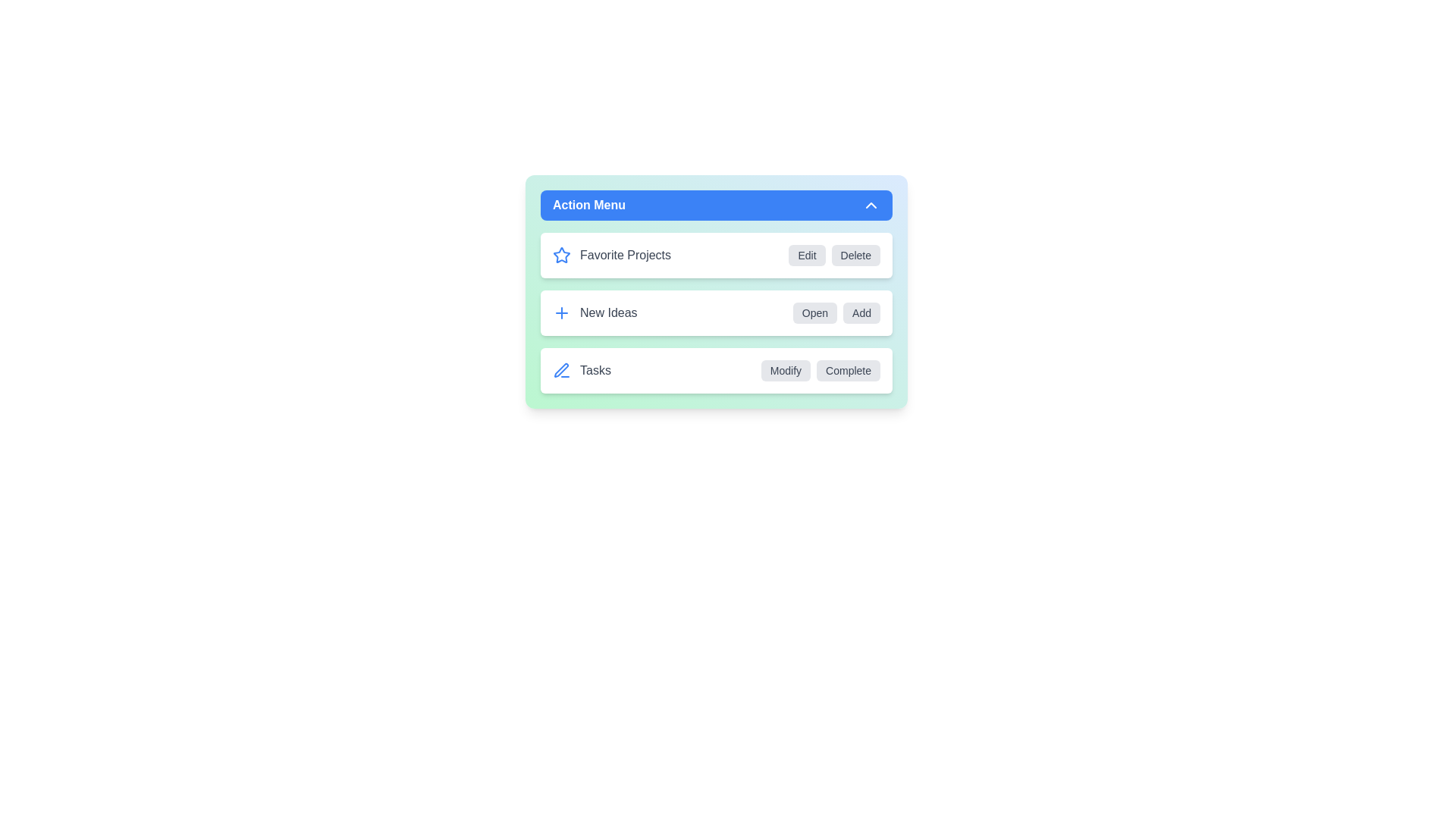  Describe the element at coordinates (716, 205) in the screenshot. I see `the toggle button to collapse the menu` at that location.